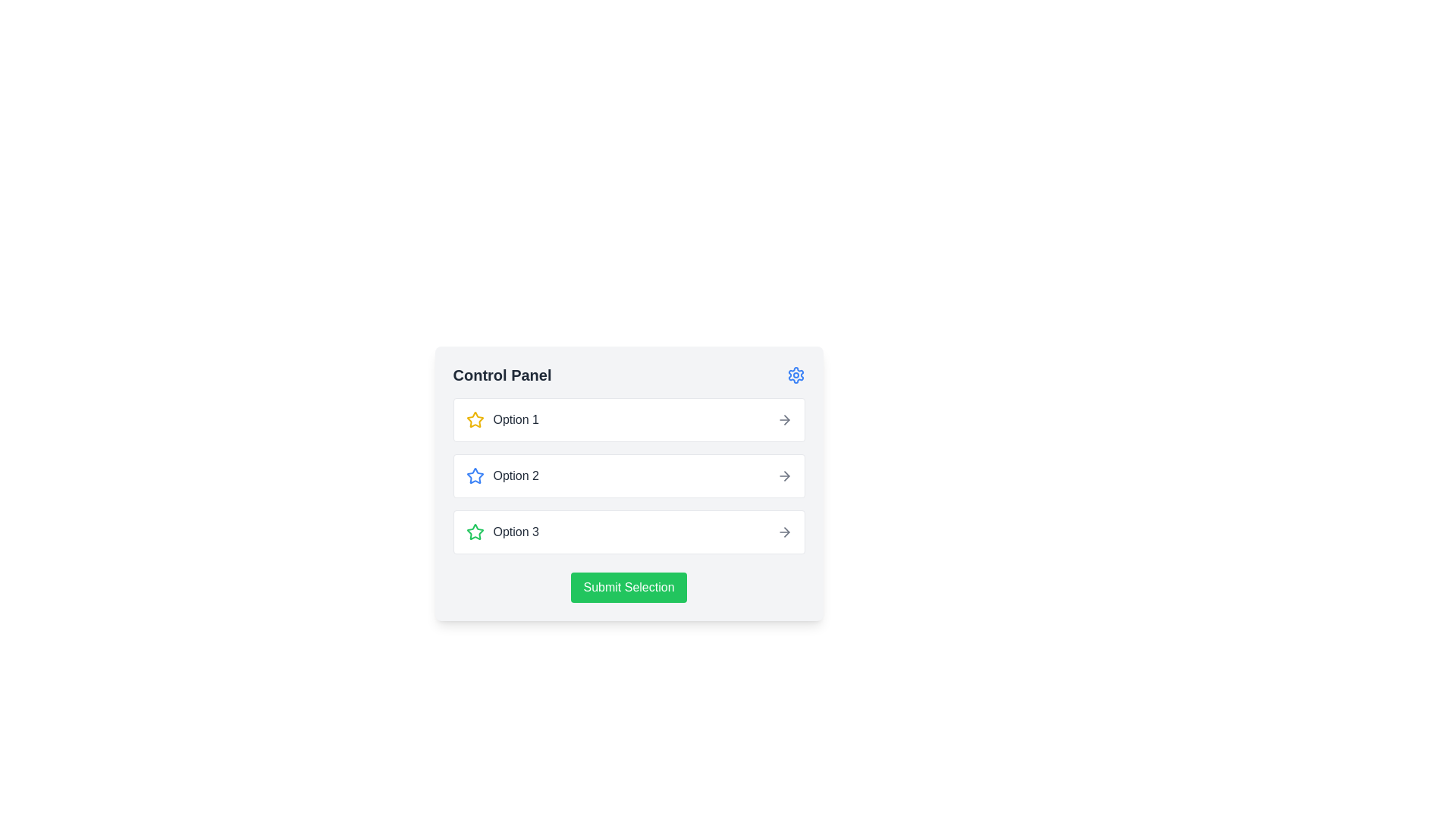 Image resolution: width=1456 pixels, height=819 pixels. What do you see at coordinates (502, 475) in the screenshot?
I see `the text 'Option 2' in the list item with a blue star icon` at bounding box center [502, 475].